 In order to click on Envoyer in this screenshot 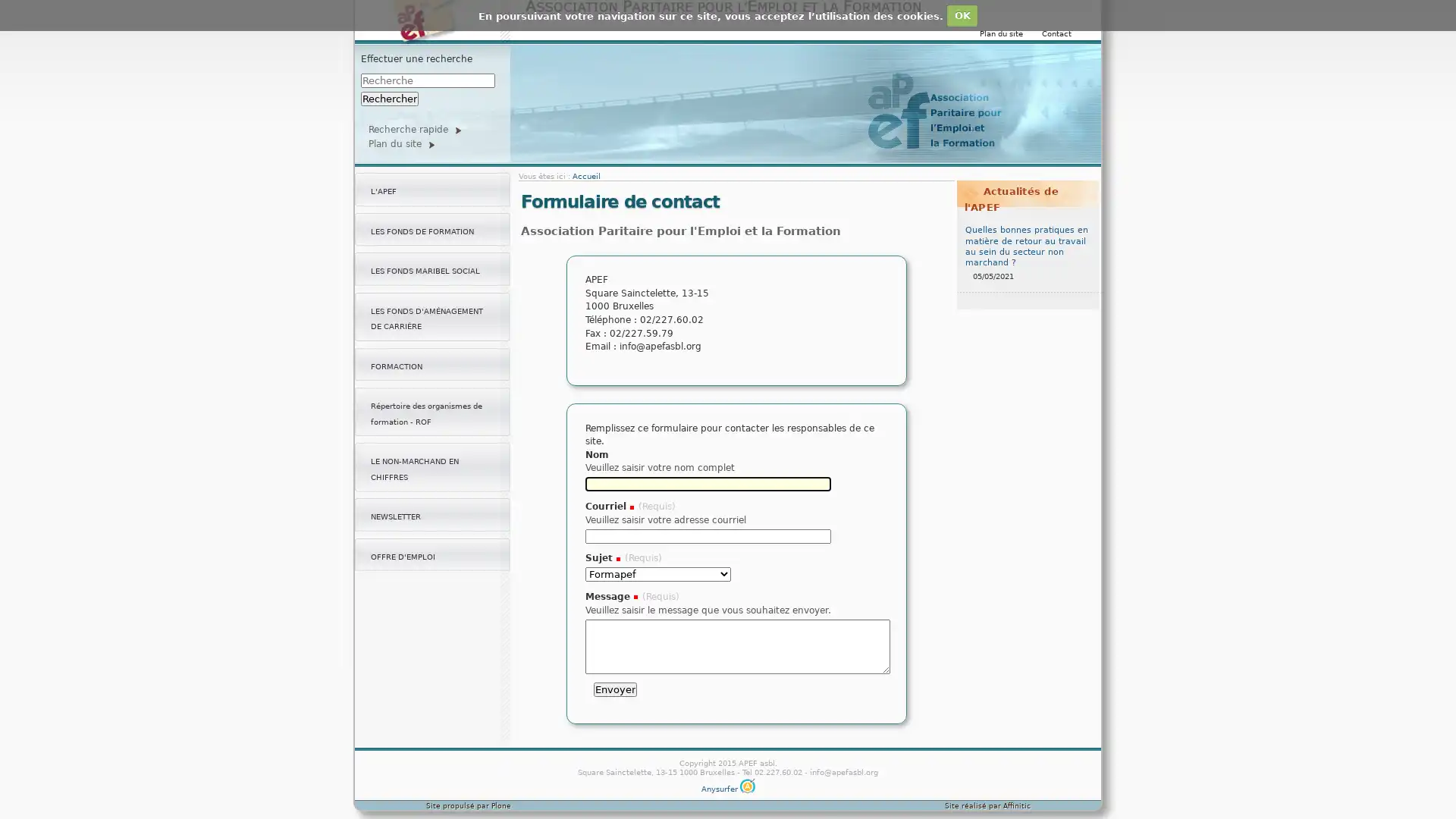, I will do `click(615, 689)`.